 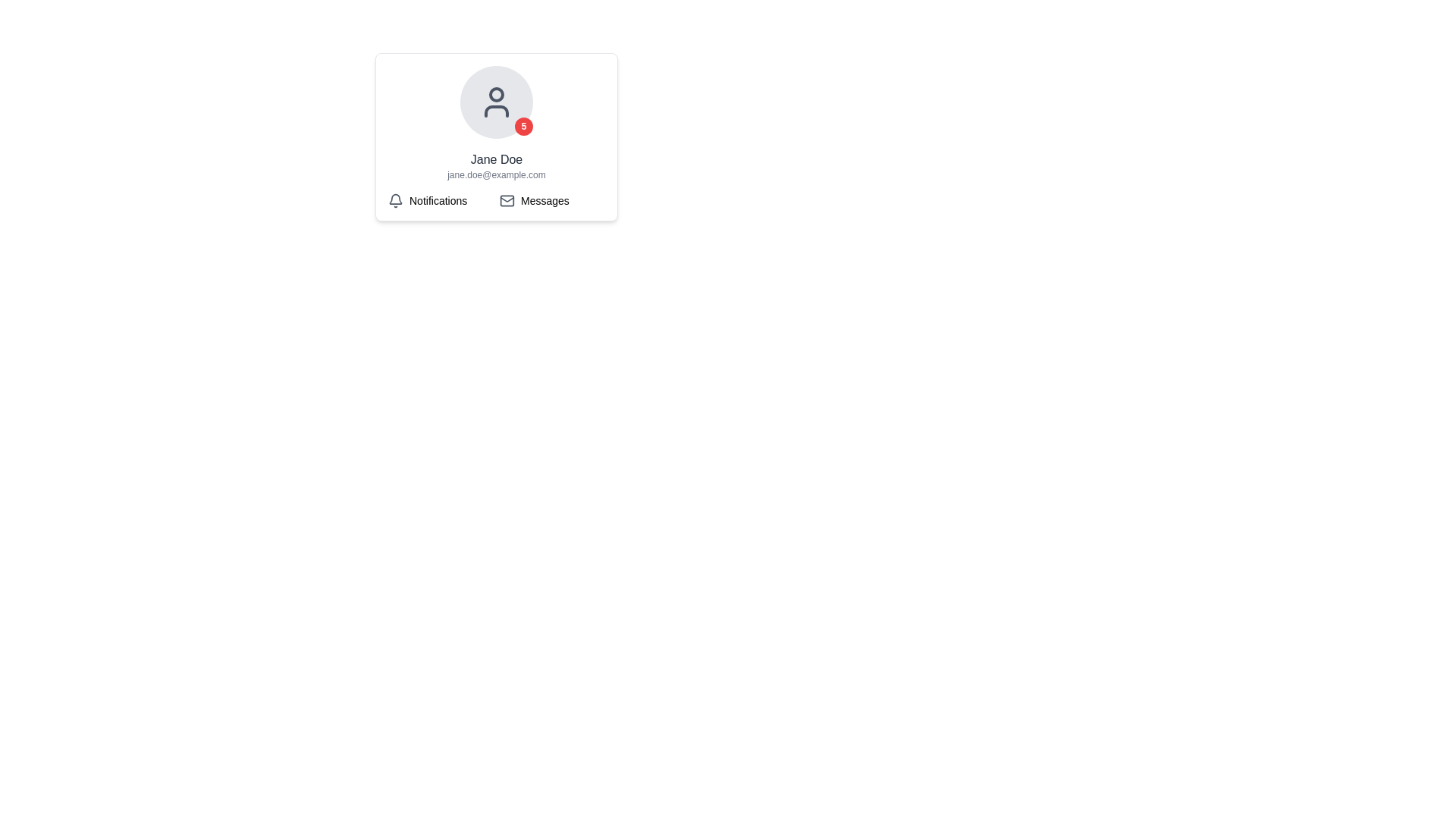 What do you see at coordinates (496, 200) in the screenshot?
I see `the 'Notifications' section, which is represented by a bell icon followed by the label 'Notifications' in a grid layout at the bottom section of a card-like interface` at bounding box center [496, 200].